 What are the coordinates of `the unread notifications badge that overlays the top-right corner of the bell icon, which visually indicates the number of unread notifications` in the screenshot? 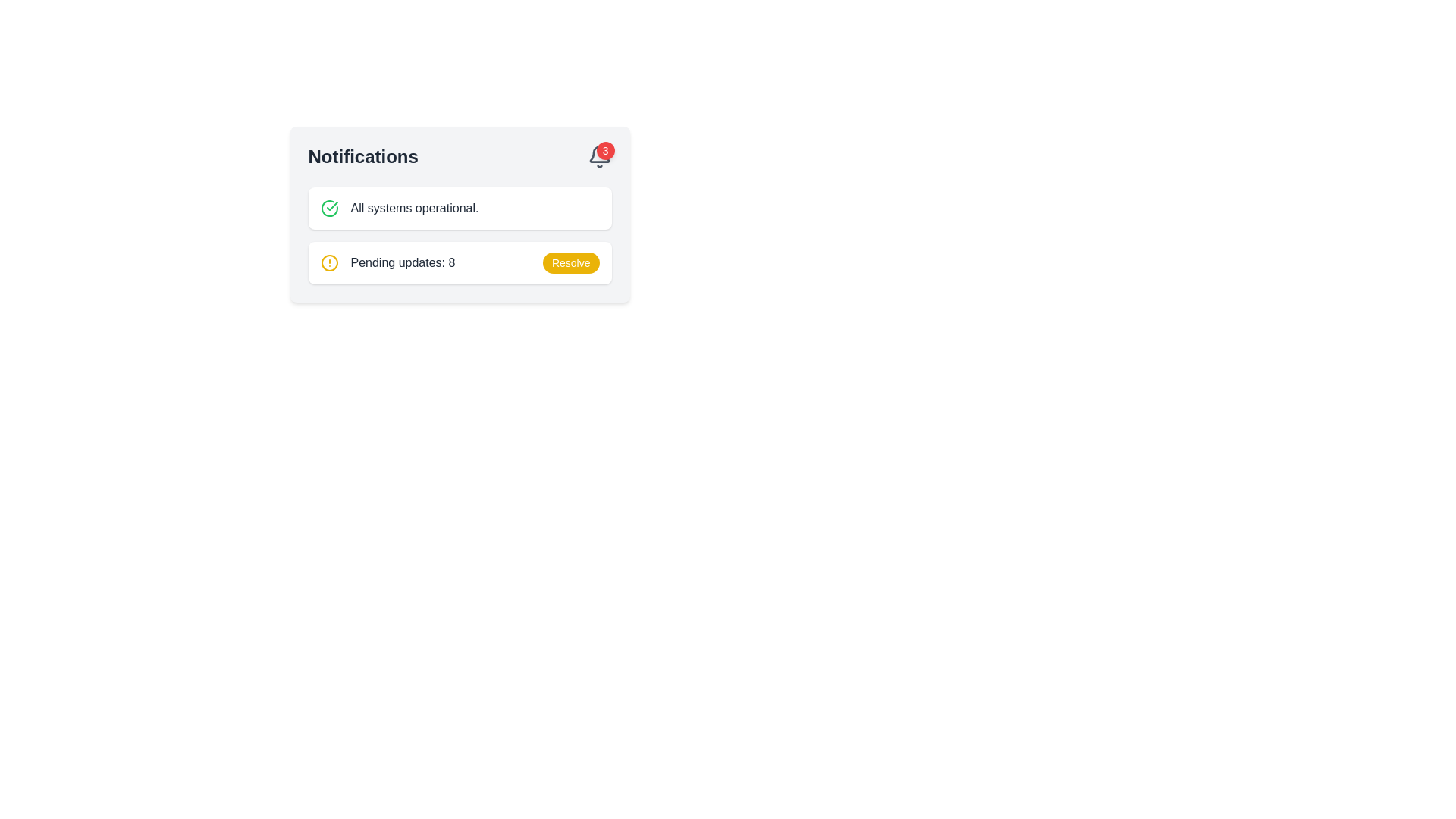 It's located at (598, 157).